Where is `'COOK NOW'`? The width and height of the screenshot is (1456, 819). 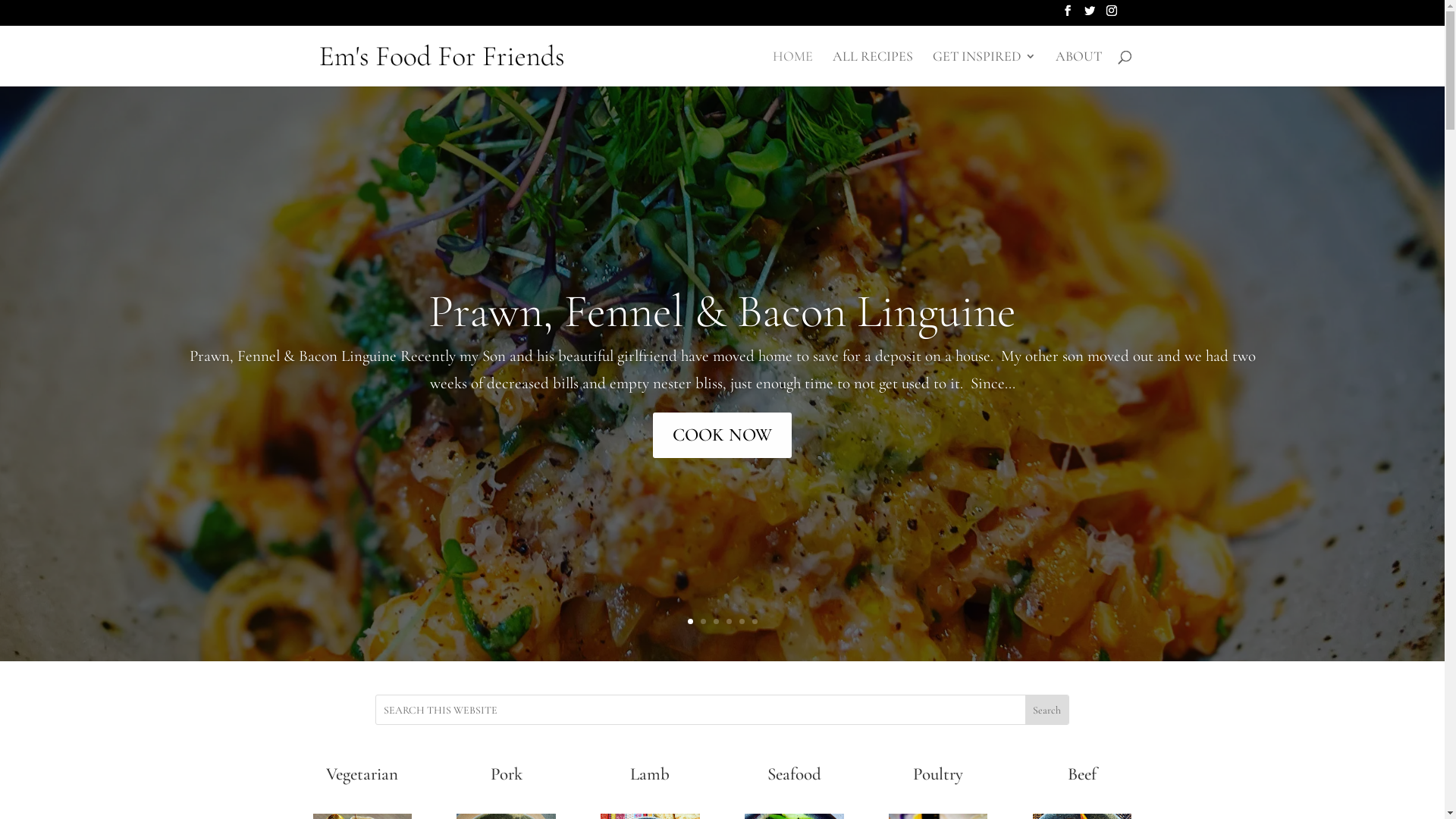
'COOK NOW' is located at coordinates (721, 435).